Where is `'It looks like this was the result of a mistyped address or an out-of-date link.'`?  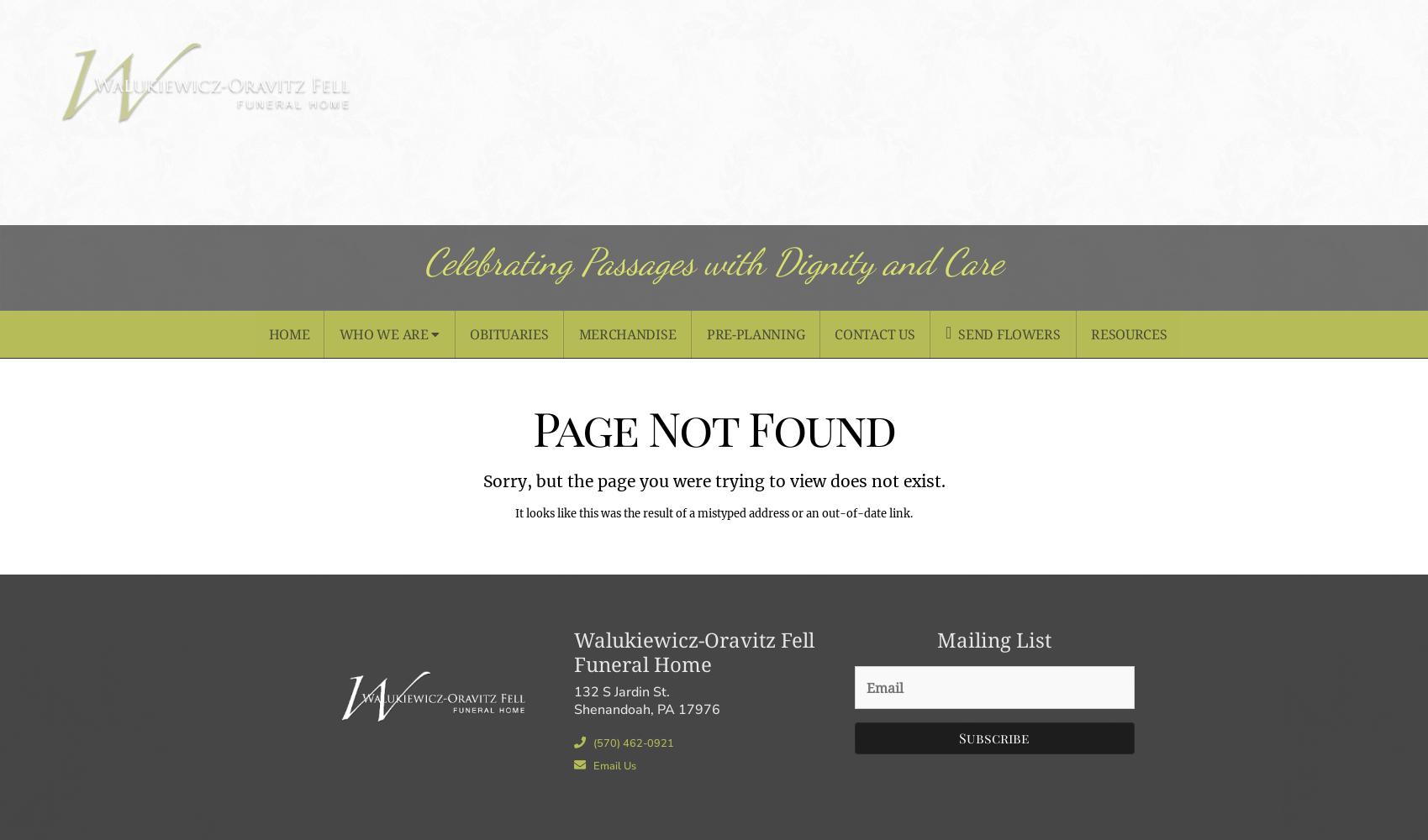 'It looks like this was the result of a mistyped address or an out-of-date link.' is located at coordinates (714, 512).